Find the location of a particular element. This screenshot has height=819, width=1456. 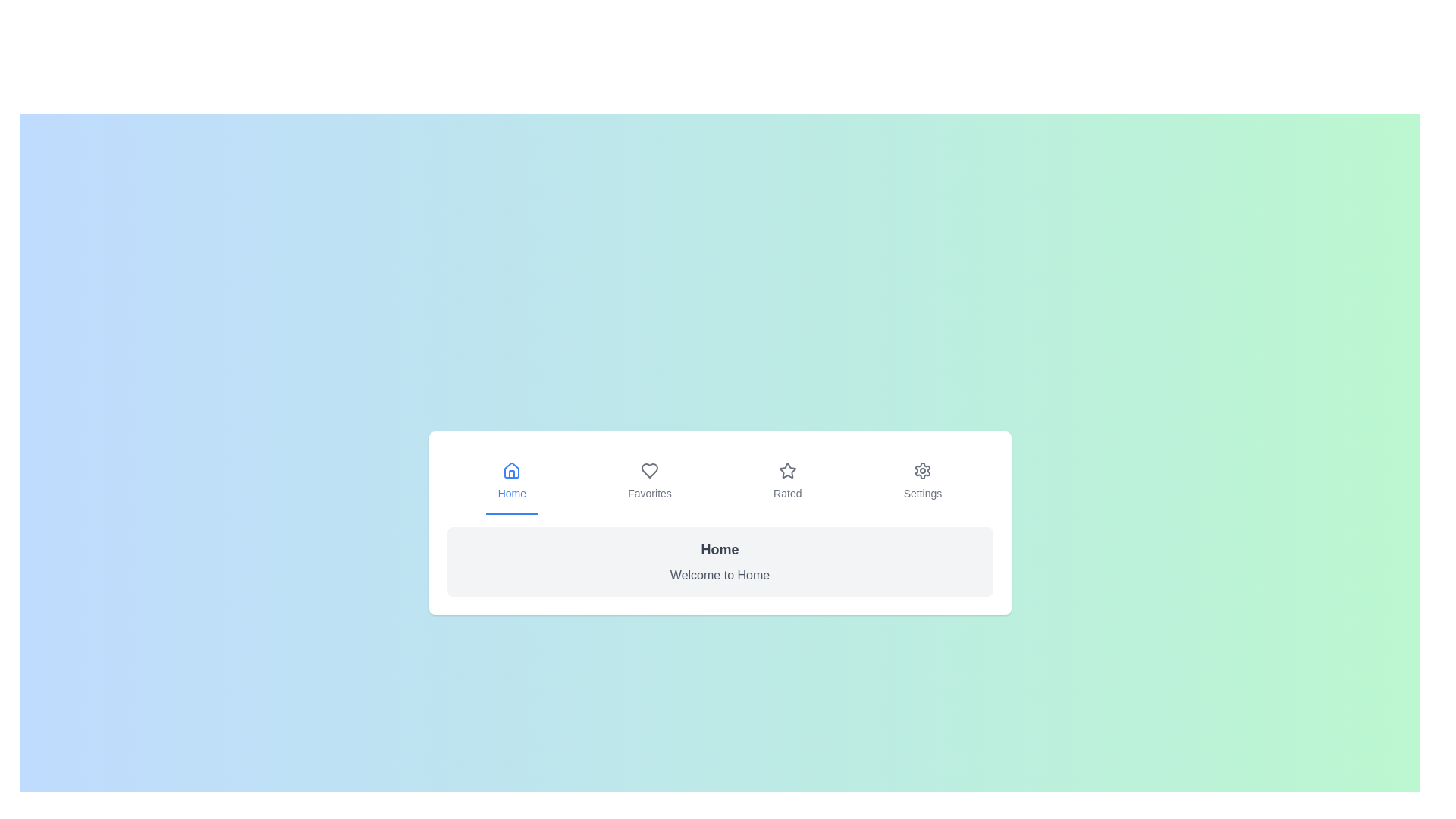

the tab labeled Rated is located at coordinates (787, 482).